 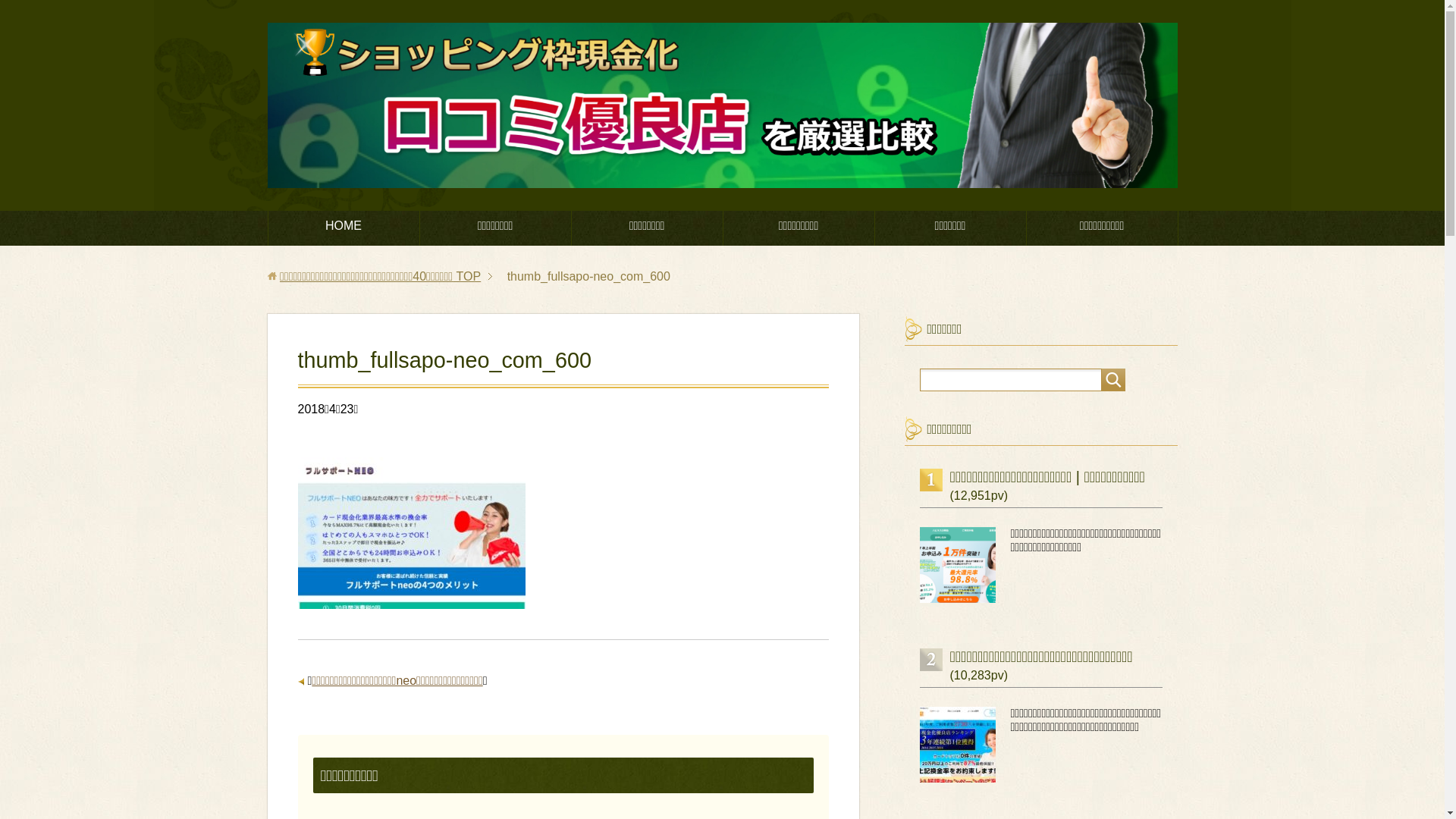 I want to click on 'HOME', so click(x=268, y=227).